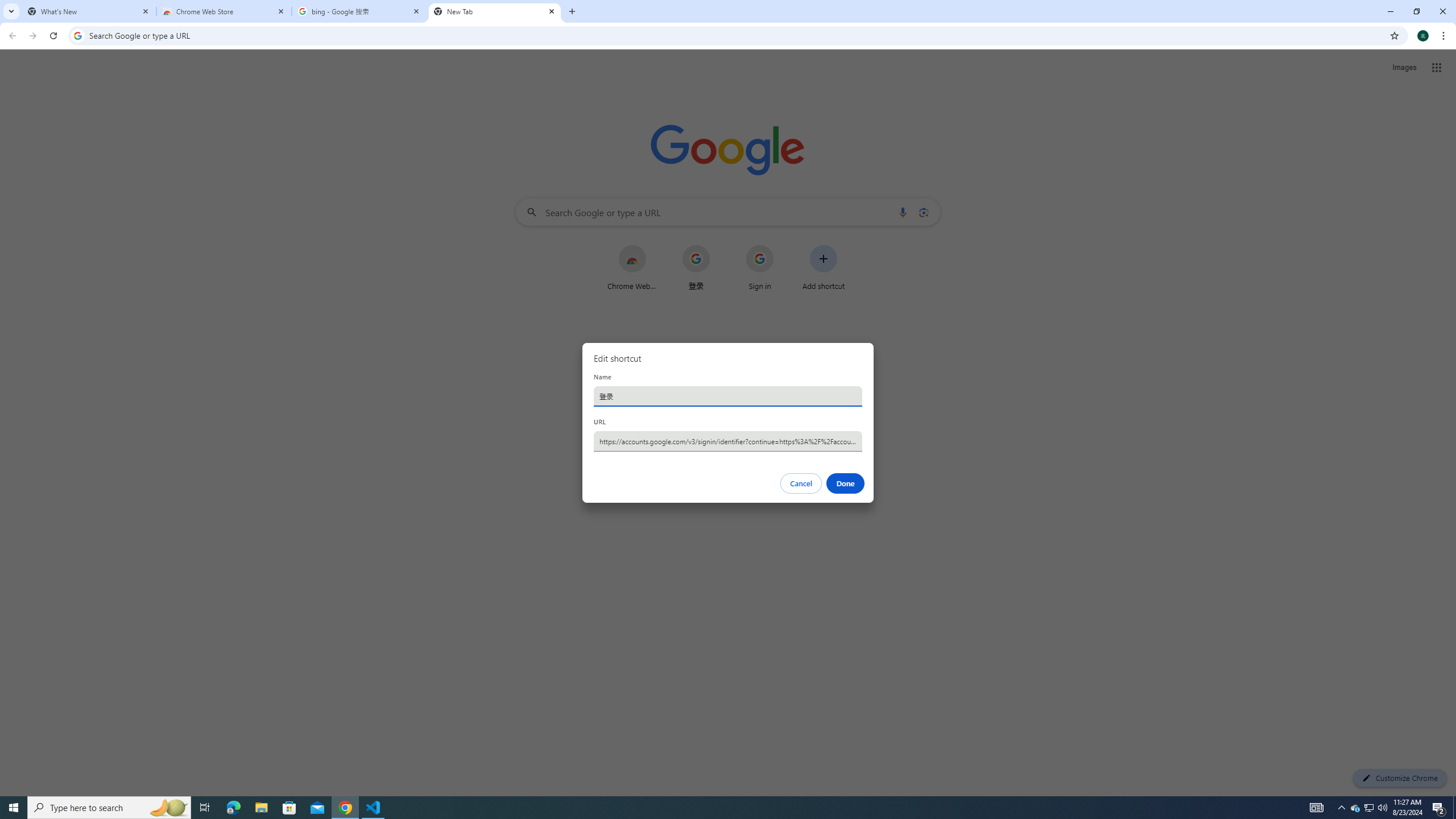 This screenshot has height=819, width=1456. I want to click on 'Chrome Web Store', so click(224, 11).